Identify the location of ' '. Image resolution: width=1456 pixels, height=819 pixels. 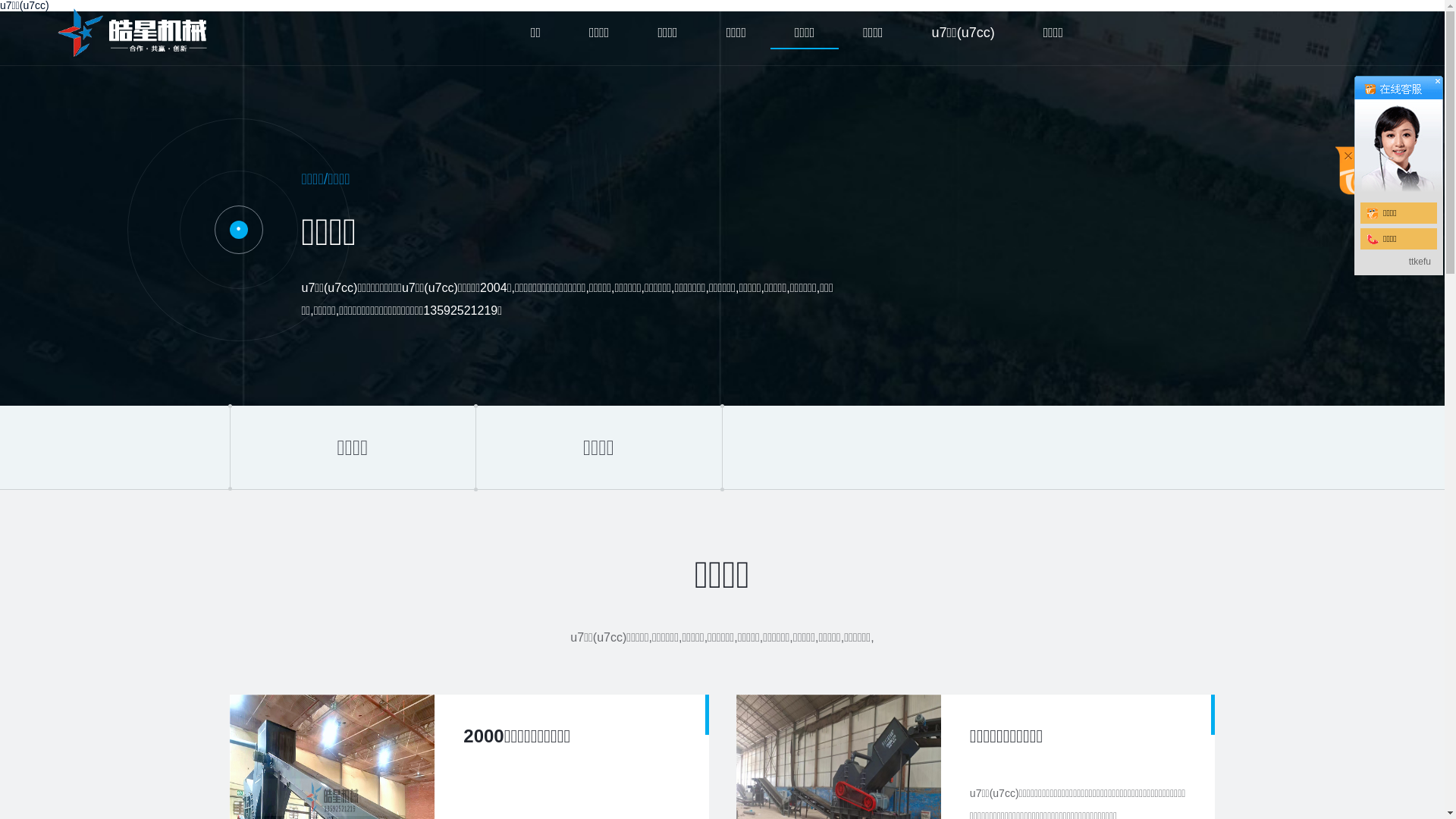
(1354, 133).